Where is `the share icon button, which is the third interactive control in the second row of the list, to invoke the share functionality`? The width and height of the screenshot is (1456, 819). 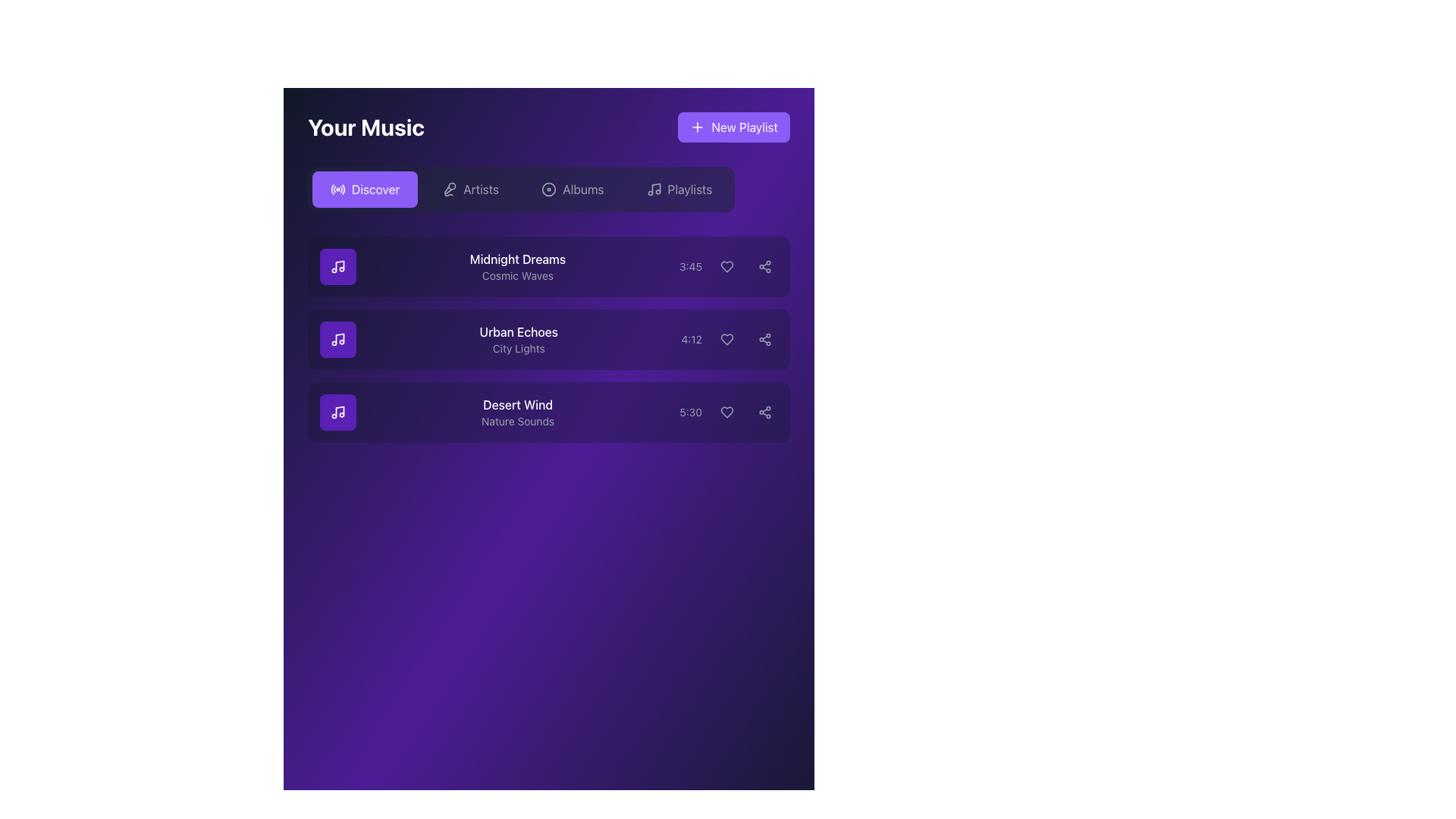
the share icon button, which is the third interactive control in the second row of the list, to invoke the share functionality is located at coordinates (764, 338).